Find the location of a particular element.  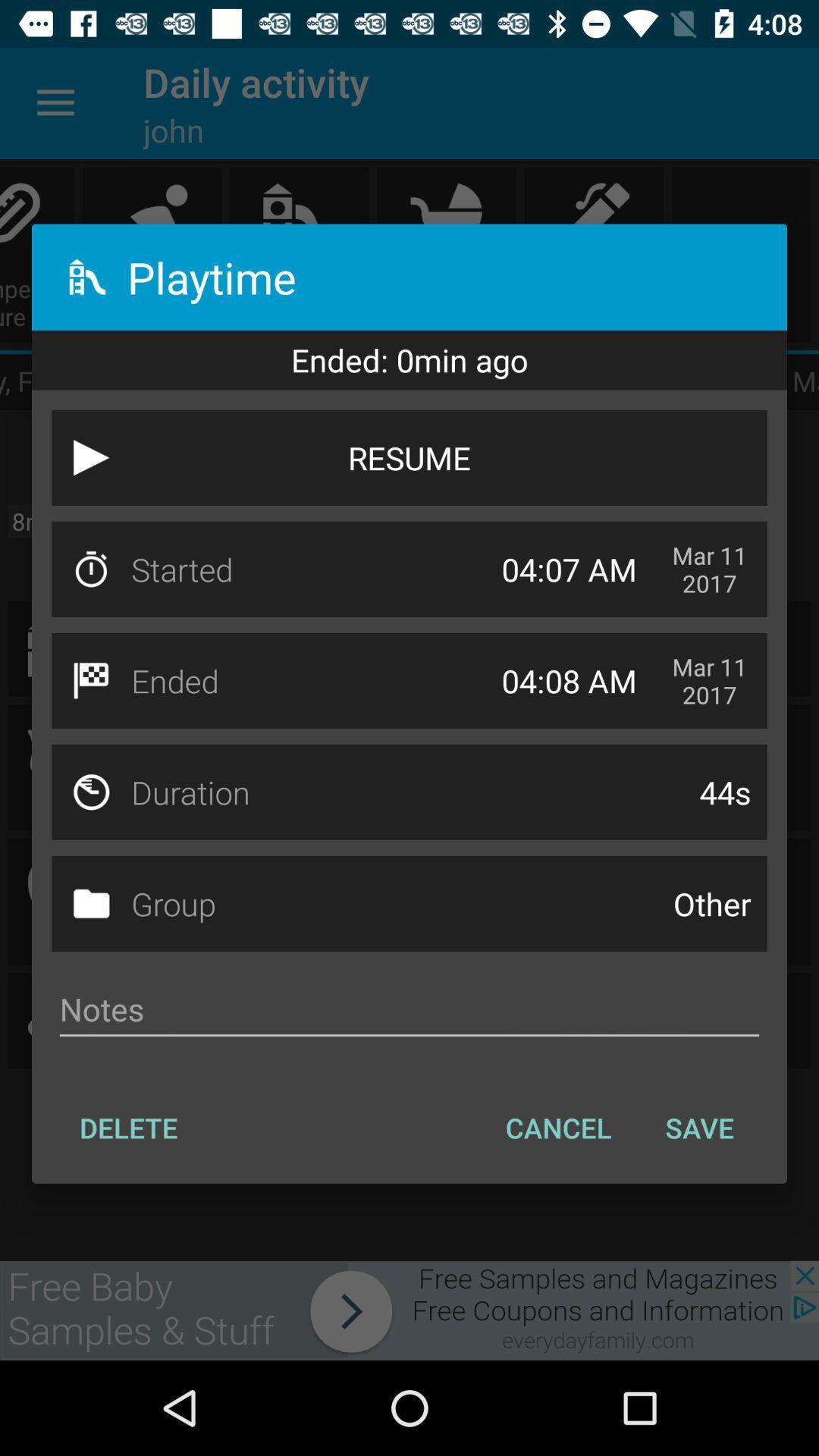

the icon below group is located at coordinates (409, 1009).